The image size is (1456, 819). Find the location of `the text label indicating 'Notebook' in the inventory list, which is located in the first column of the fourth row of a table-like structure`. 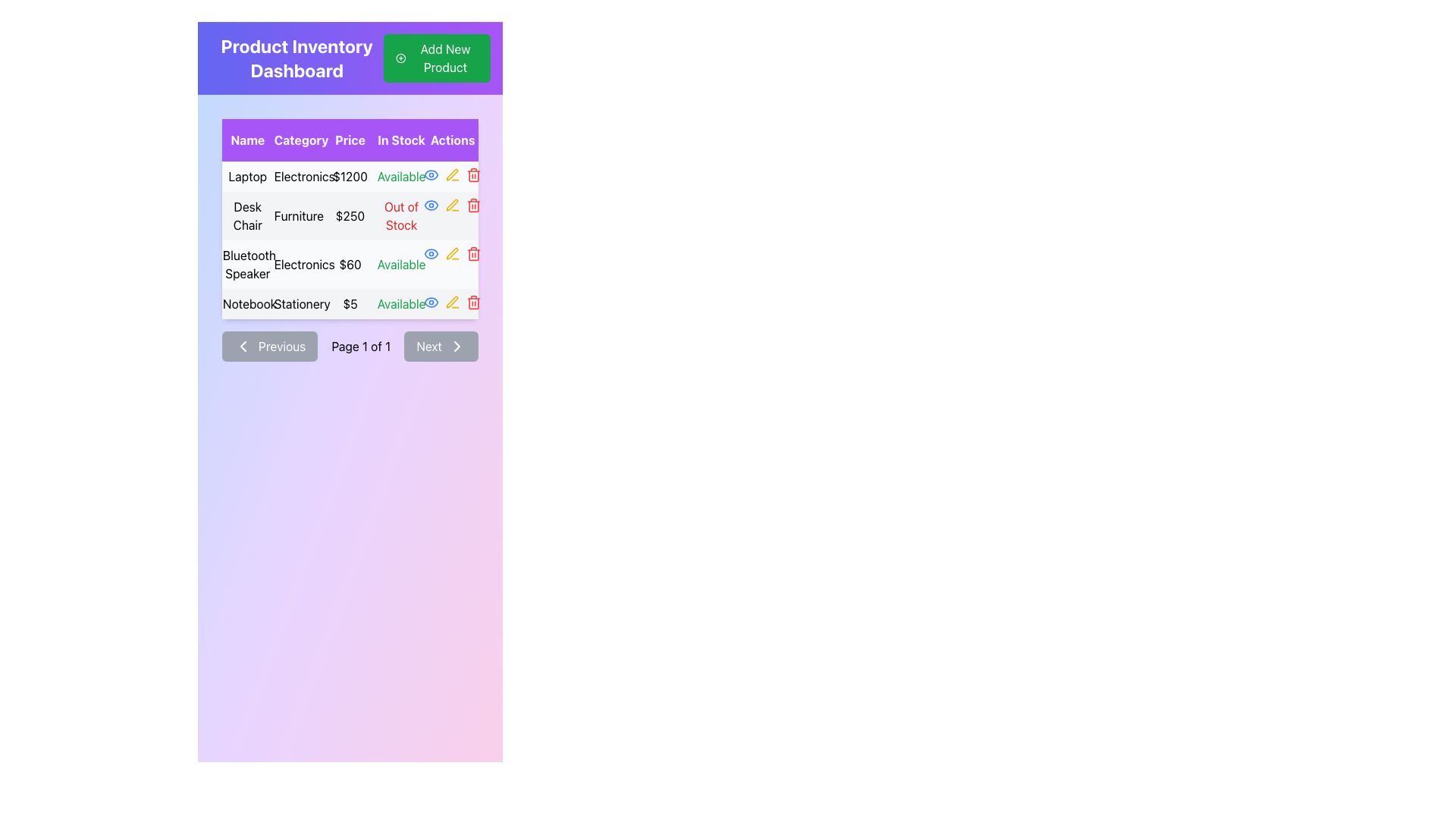

the text label indicating 'Notebook' in the inventory list, which is located in the first column of the fourth row of a table-like structure is located at coordinates (247, 304).